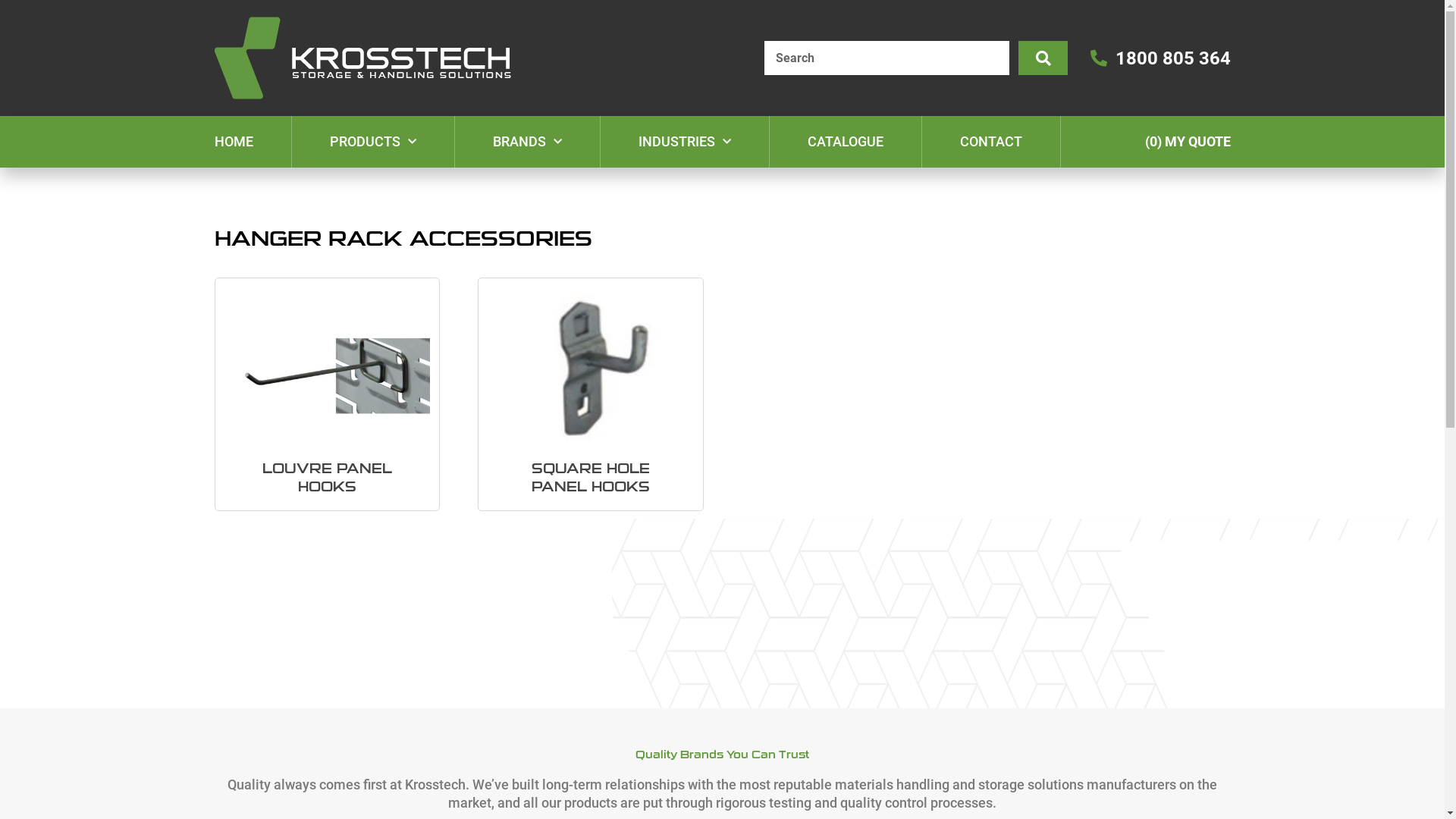  Describe the element at coordinates (843, 141) in the screenshot. I see `'CATALOGUE'` at that location.